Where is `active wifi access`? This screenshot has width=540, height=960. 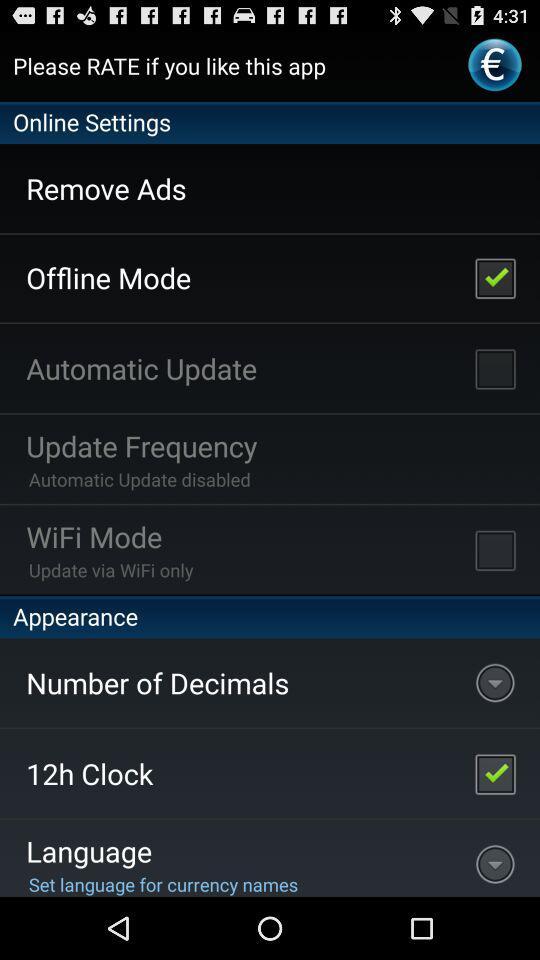
active wifi access is located at coordinates (494, 549).